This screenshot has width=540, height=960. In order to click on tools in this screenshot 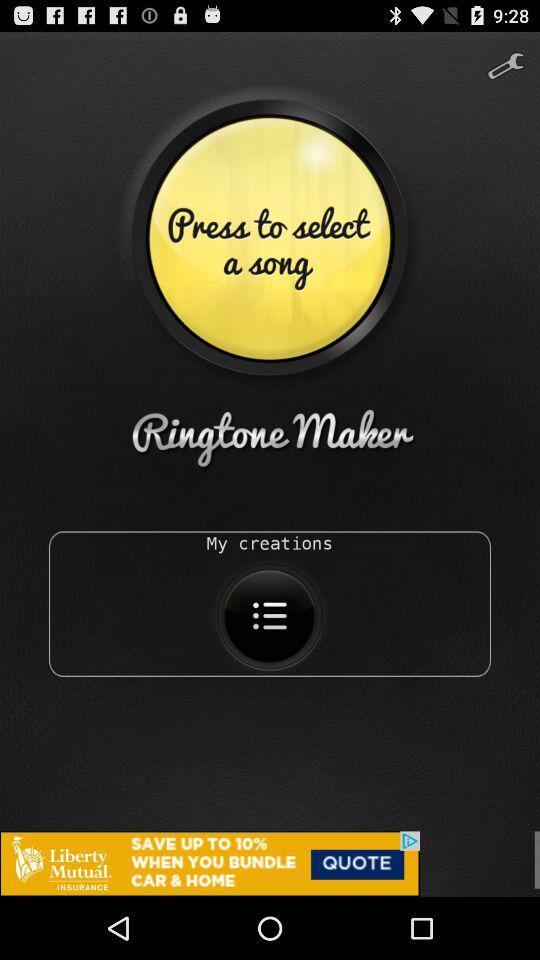, I will do `click(504, 58)`.